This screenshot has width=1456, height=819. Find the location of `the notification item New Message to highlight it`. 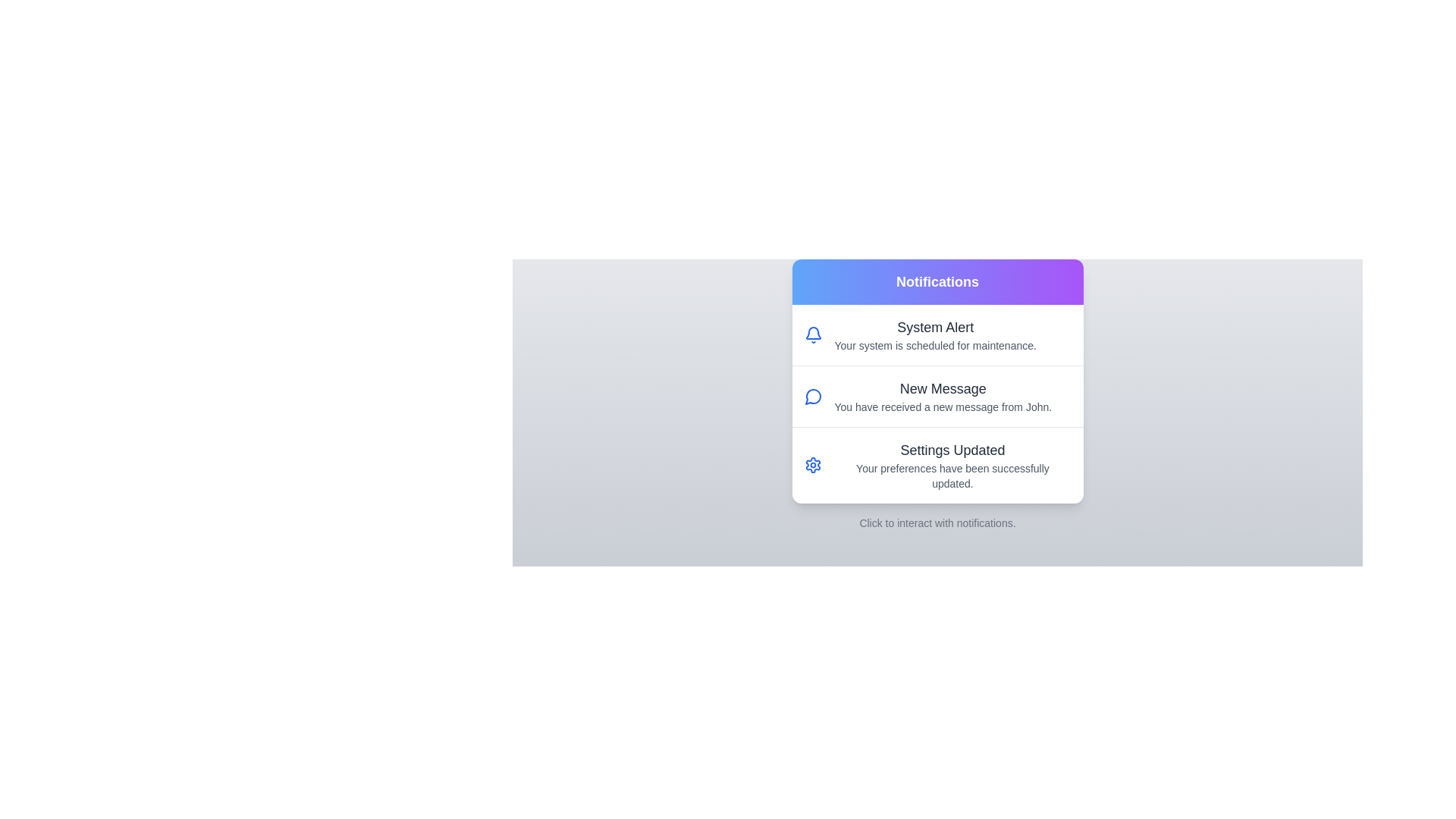

the notification item New Message to highlight it is located at coordinates (937, 395).